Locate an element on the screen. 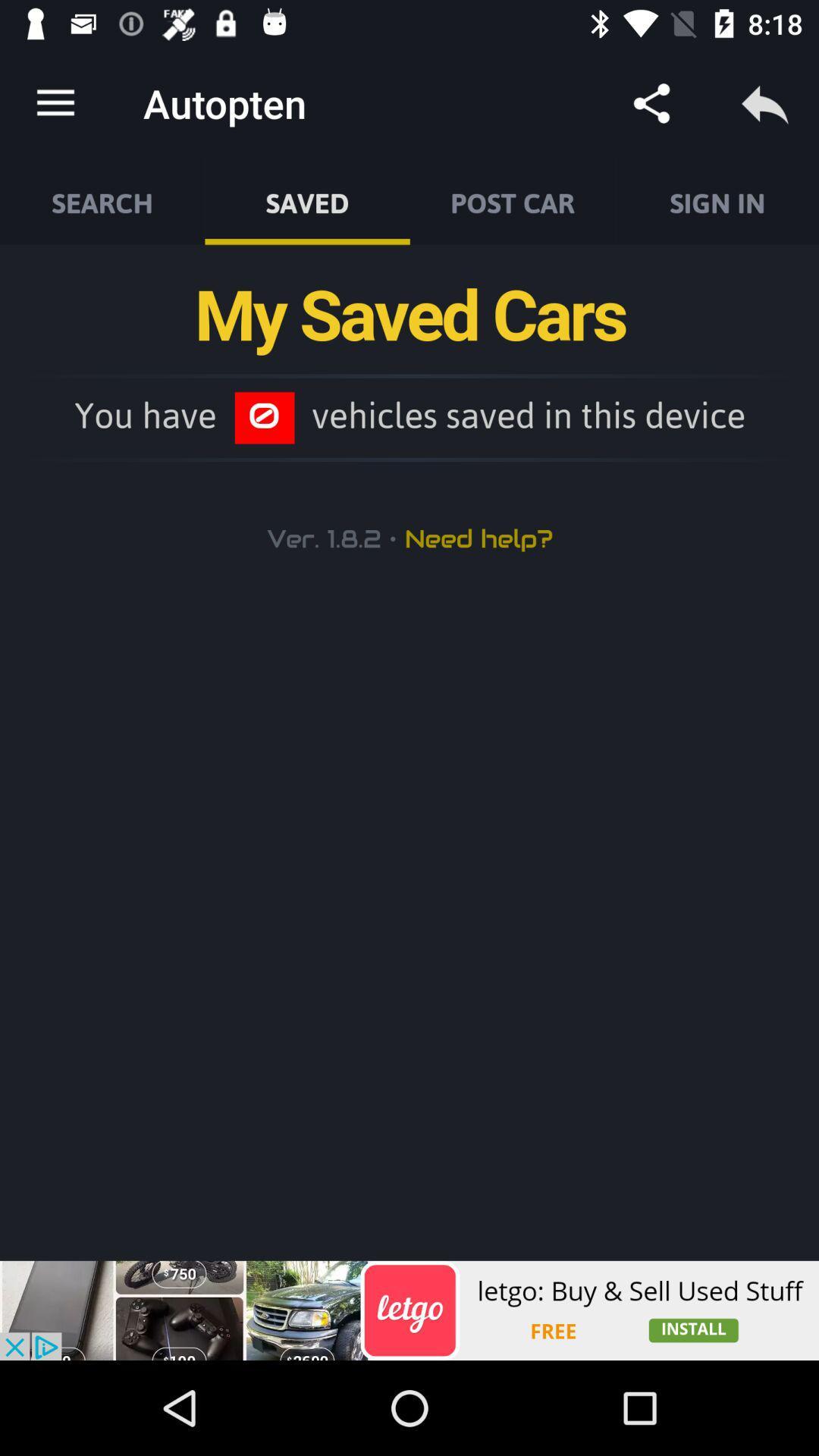 This screenshot has height=1456, width=819. open advertisement is located at coordinates (409, 1310).